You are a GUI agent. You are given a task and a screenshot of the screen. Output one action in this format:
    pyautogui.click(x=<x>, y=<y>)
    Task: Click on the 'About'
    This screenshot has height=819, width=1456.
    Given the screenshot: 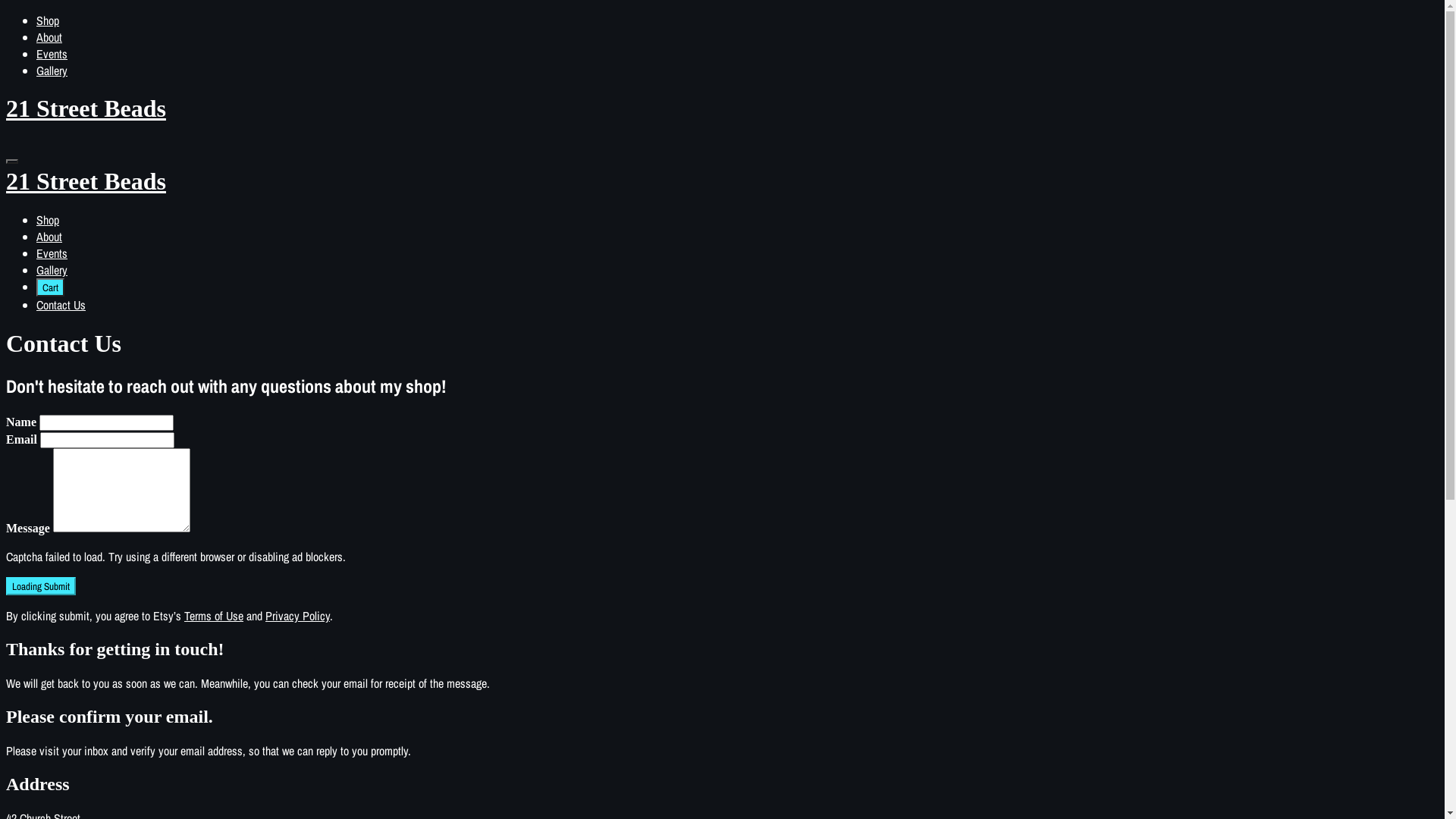 What is the action you would take?
    pyautogui.click(x=36, y=36)
    